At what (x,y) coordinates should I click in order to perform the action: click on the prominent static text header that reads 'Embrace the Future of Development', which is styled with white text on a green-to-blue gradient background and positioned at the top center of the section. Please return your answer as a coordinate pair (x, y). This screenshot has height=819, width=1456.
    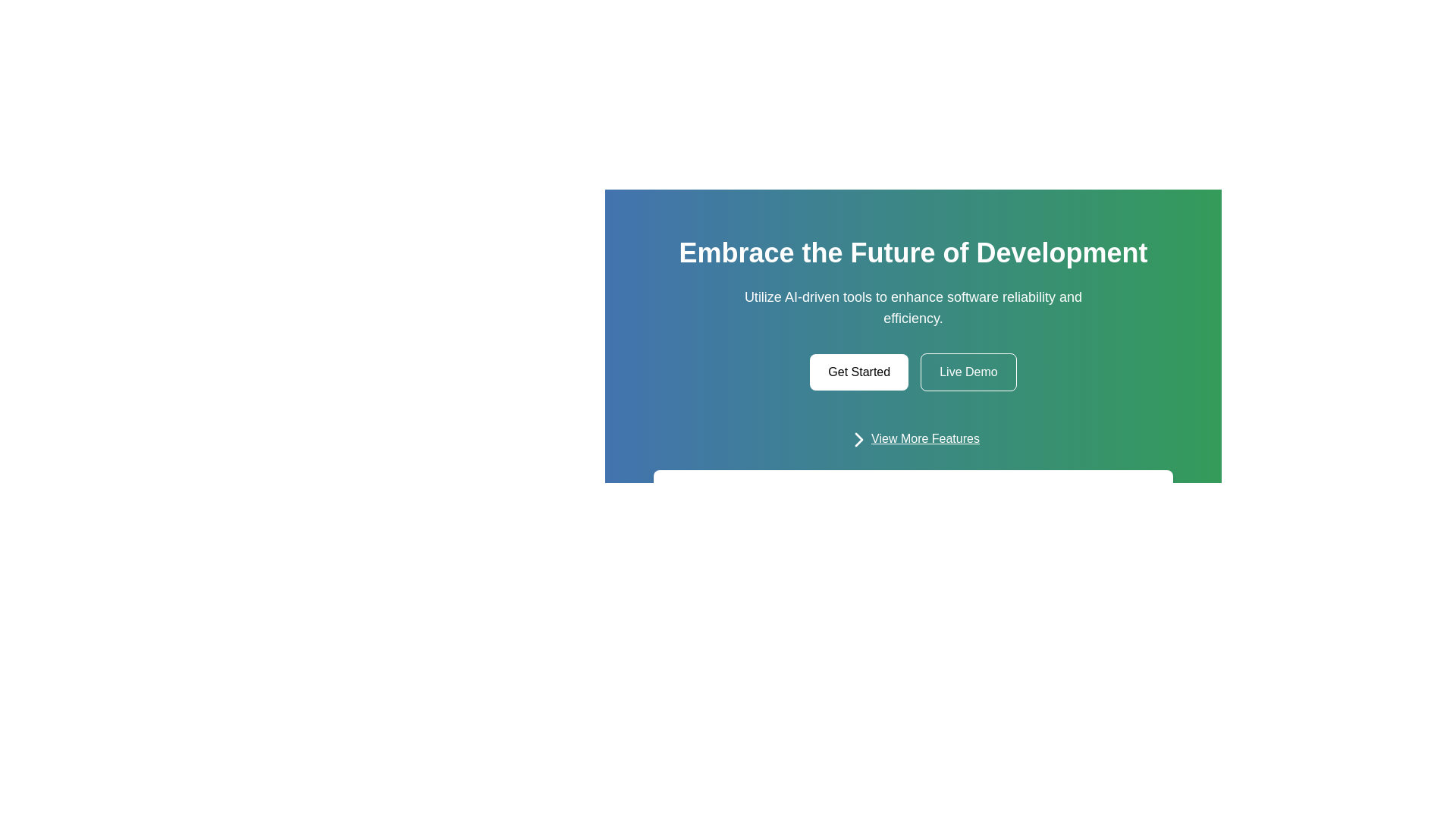
    Looking at the image, I should click on (912, 253).